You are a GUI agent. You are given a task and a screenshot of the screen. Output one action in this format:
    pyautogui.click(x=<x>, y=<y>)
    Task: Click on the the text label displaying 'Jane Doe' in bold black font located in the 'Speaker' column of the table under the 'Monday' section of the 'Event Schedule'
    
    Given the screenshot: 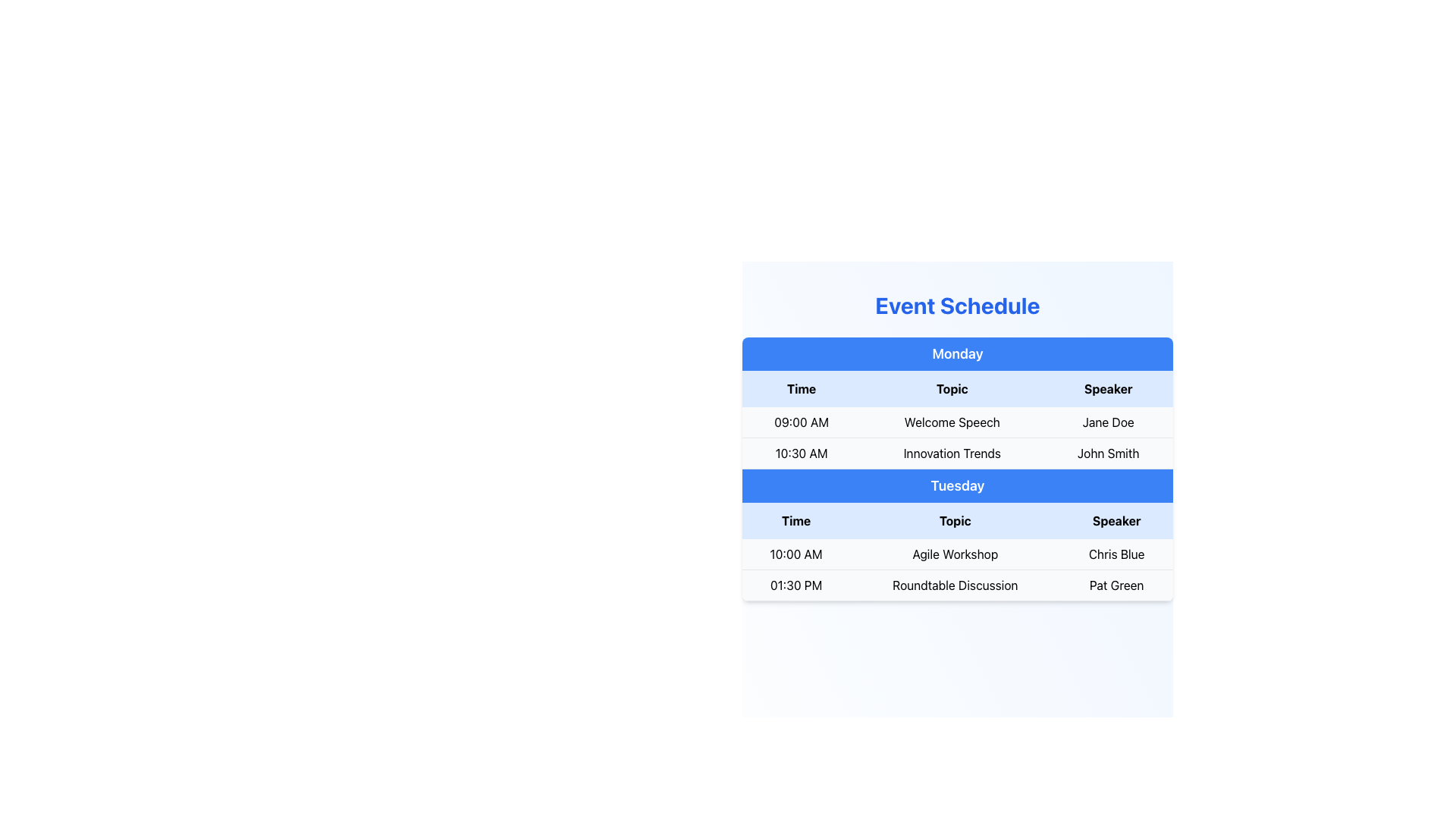 What is the action you would take?
    pyautogui.click(x=1108, y=422)
    